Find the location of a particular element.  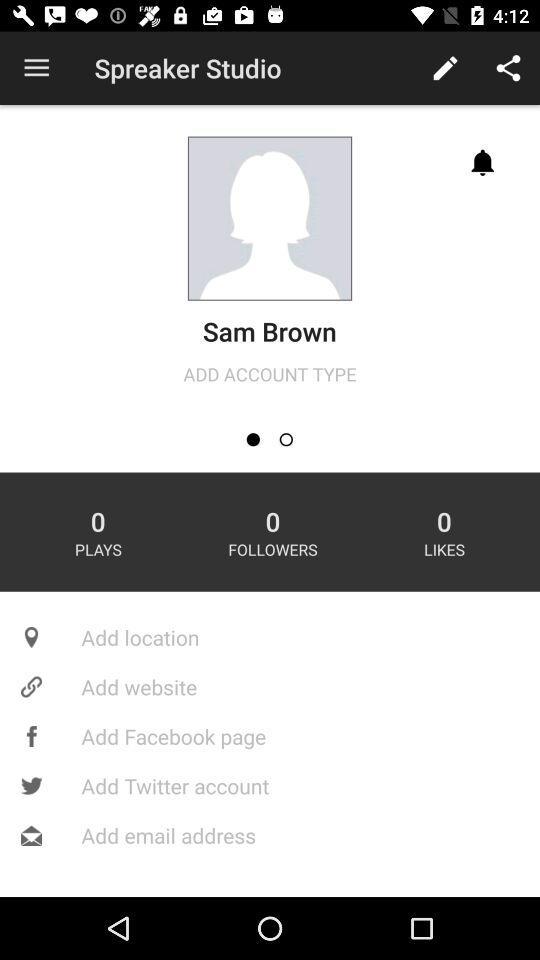

item below add account type is located at coordinates (285, 439).